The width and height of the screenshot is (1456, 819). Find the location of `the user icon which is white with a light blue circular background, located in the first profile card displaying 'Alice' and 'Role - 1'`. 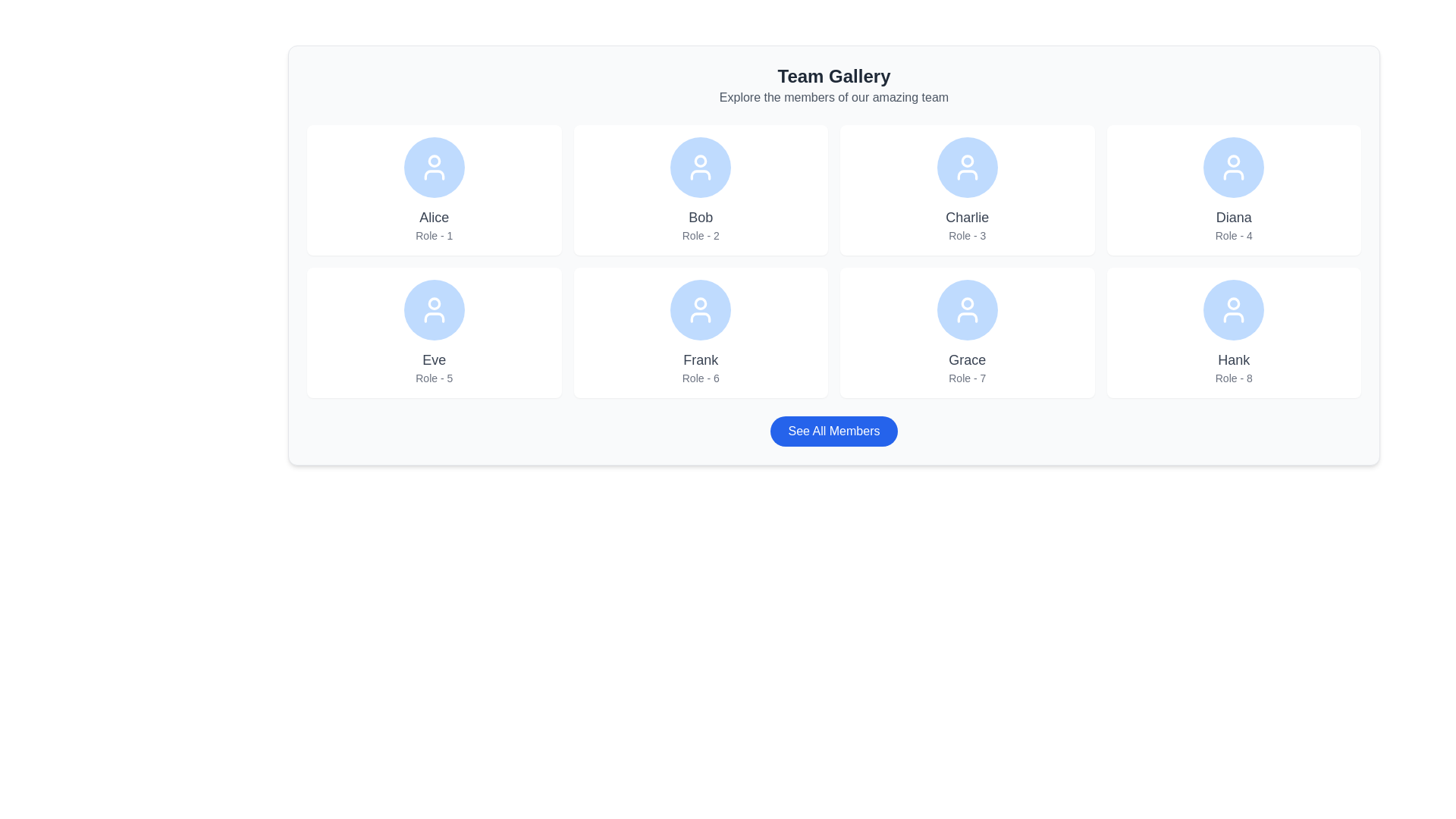

the user icon which is white with a light blue circular background, located in the first profile card displaying 'Alice' and 'Role - 1' is located at coordinates (433, 167).